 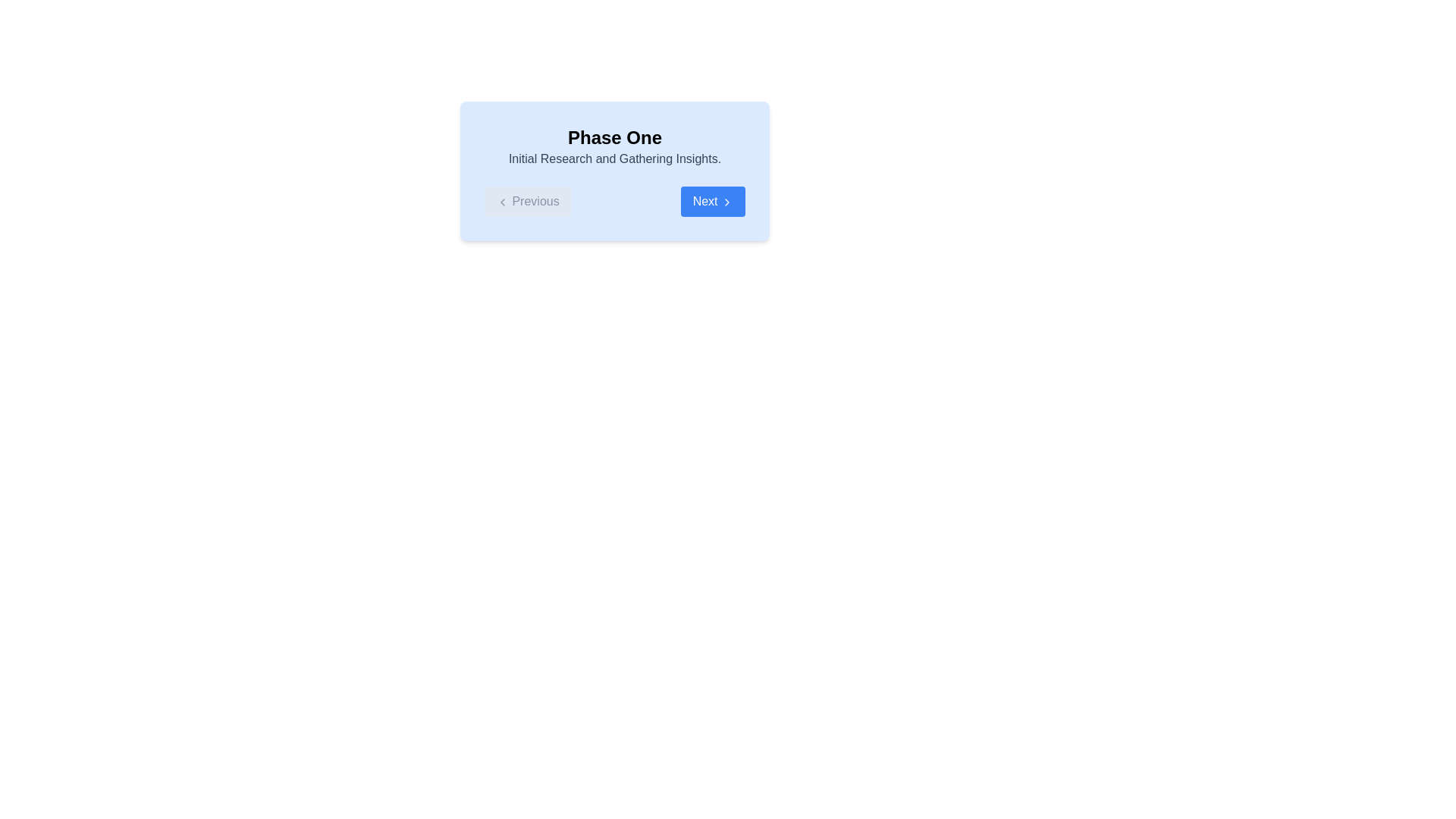 I want to click on the 'Next' button to proceed to the next phase, so click(x=712, y=201).